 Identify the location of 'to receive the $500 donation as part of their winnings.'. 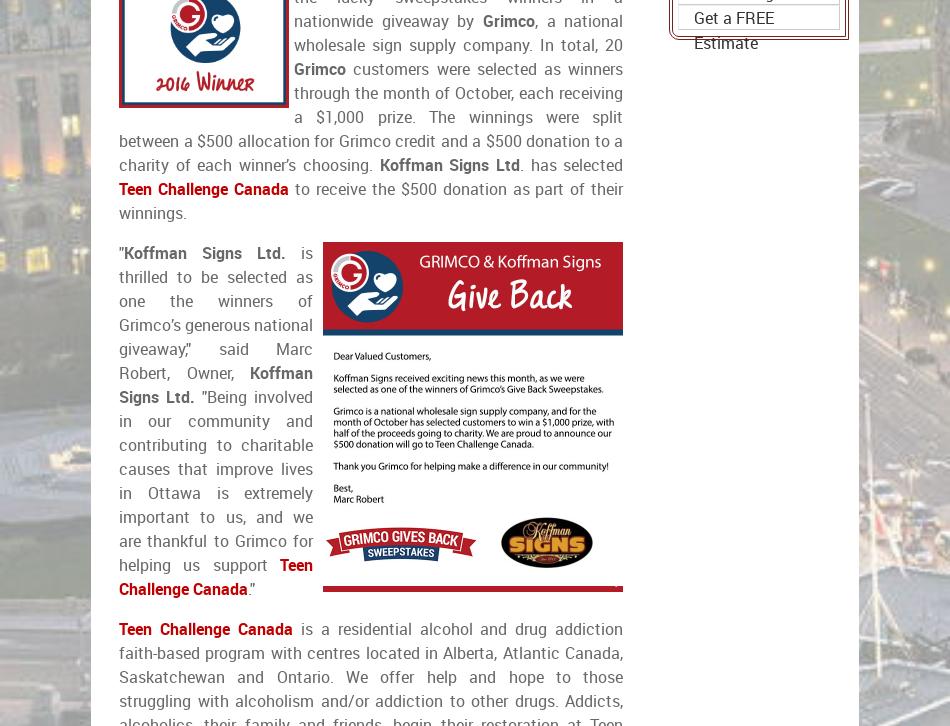
(369, 200).